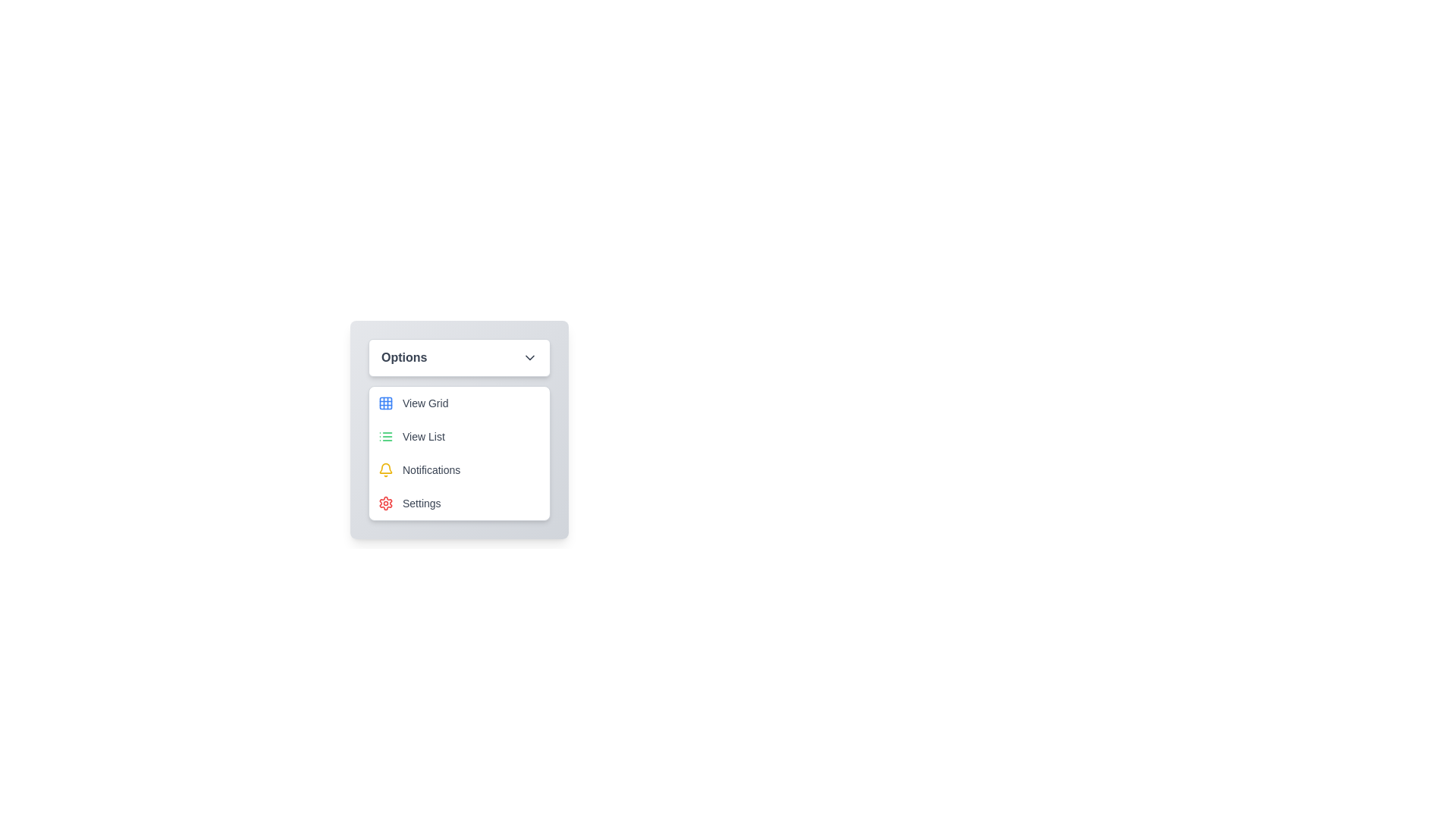 This screenshot has height=819, width=1456. Describe the element at coordinates (385, 436) in the screenshot. I see `the 'View List' icon located to the left of the label text in the dropdown menu, indicating the option to switch to a list view` at that location.